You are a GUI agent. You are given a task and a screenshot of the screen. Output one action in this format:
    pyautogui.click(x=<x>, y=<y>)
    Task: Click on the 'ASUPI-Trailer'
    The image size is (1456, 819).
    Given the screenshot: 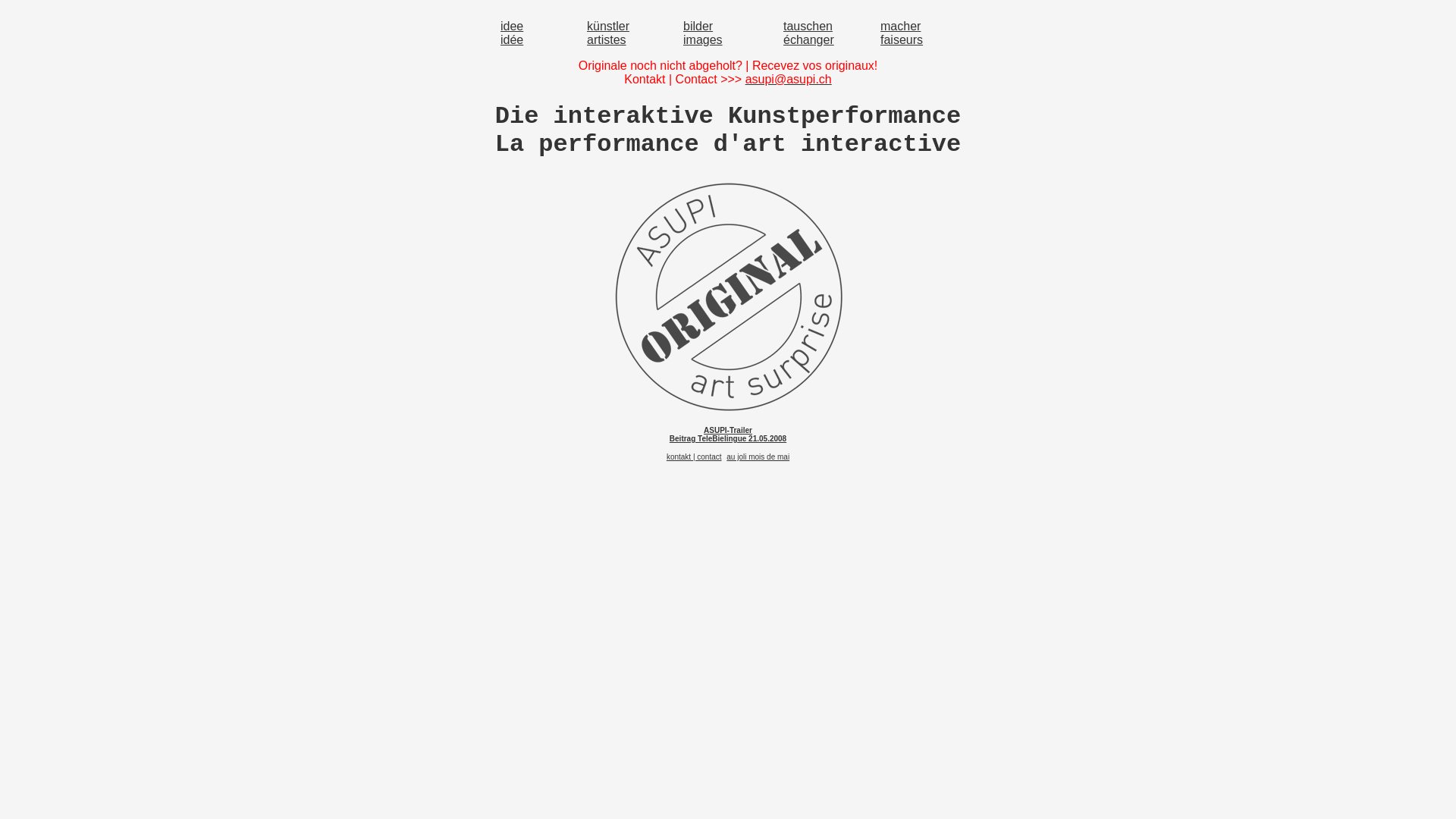 What is the action you would take?
    pyautogui.click(x=702, y=430)
    